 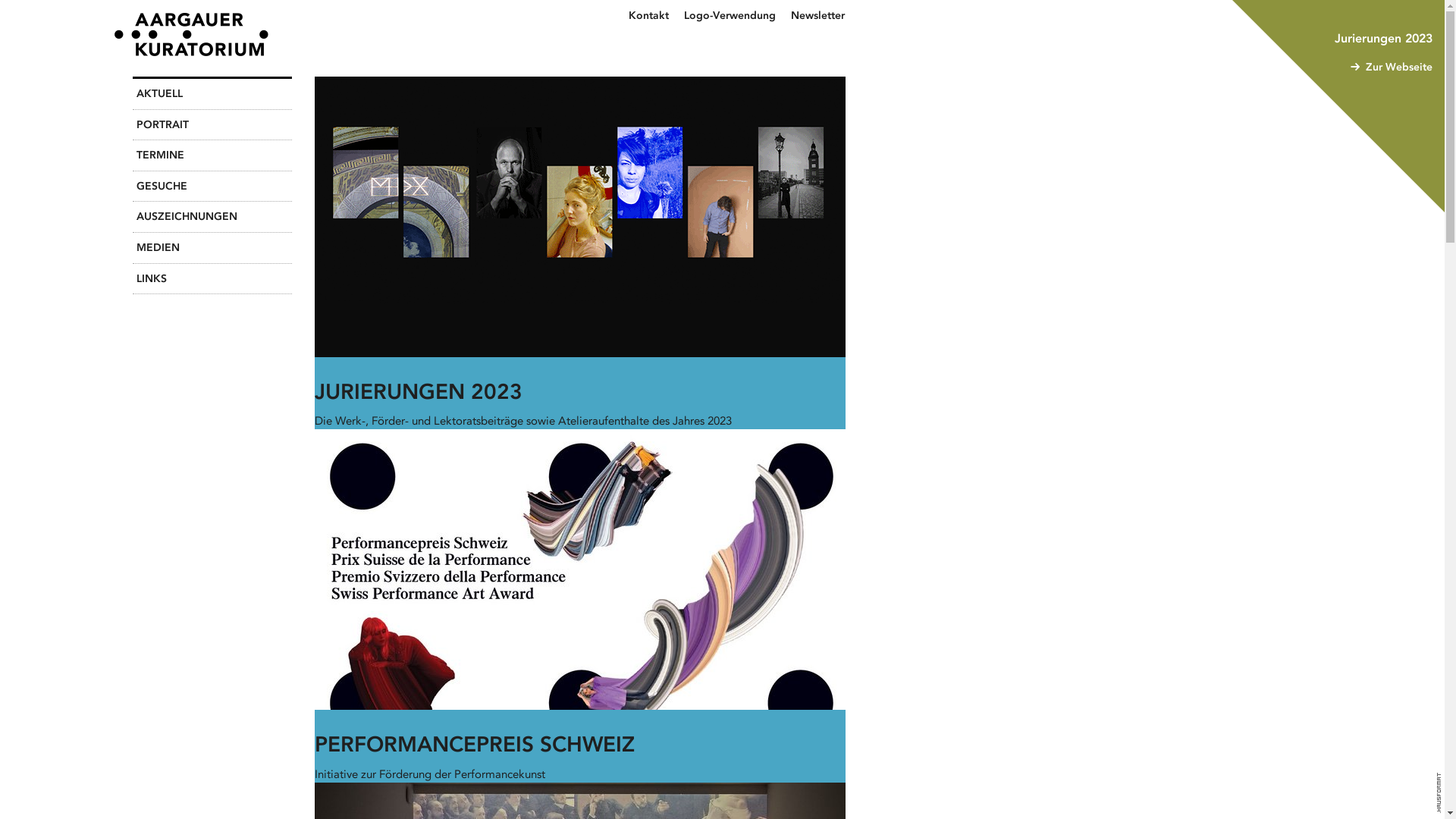 What do you see at coordinates (211, 217) in the screenshot?
I see `'AUSZEICHNUNGEN'` at bounding box center [211, 217].